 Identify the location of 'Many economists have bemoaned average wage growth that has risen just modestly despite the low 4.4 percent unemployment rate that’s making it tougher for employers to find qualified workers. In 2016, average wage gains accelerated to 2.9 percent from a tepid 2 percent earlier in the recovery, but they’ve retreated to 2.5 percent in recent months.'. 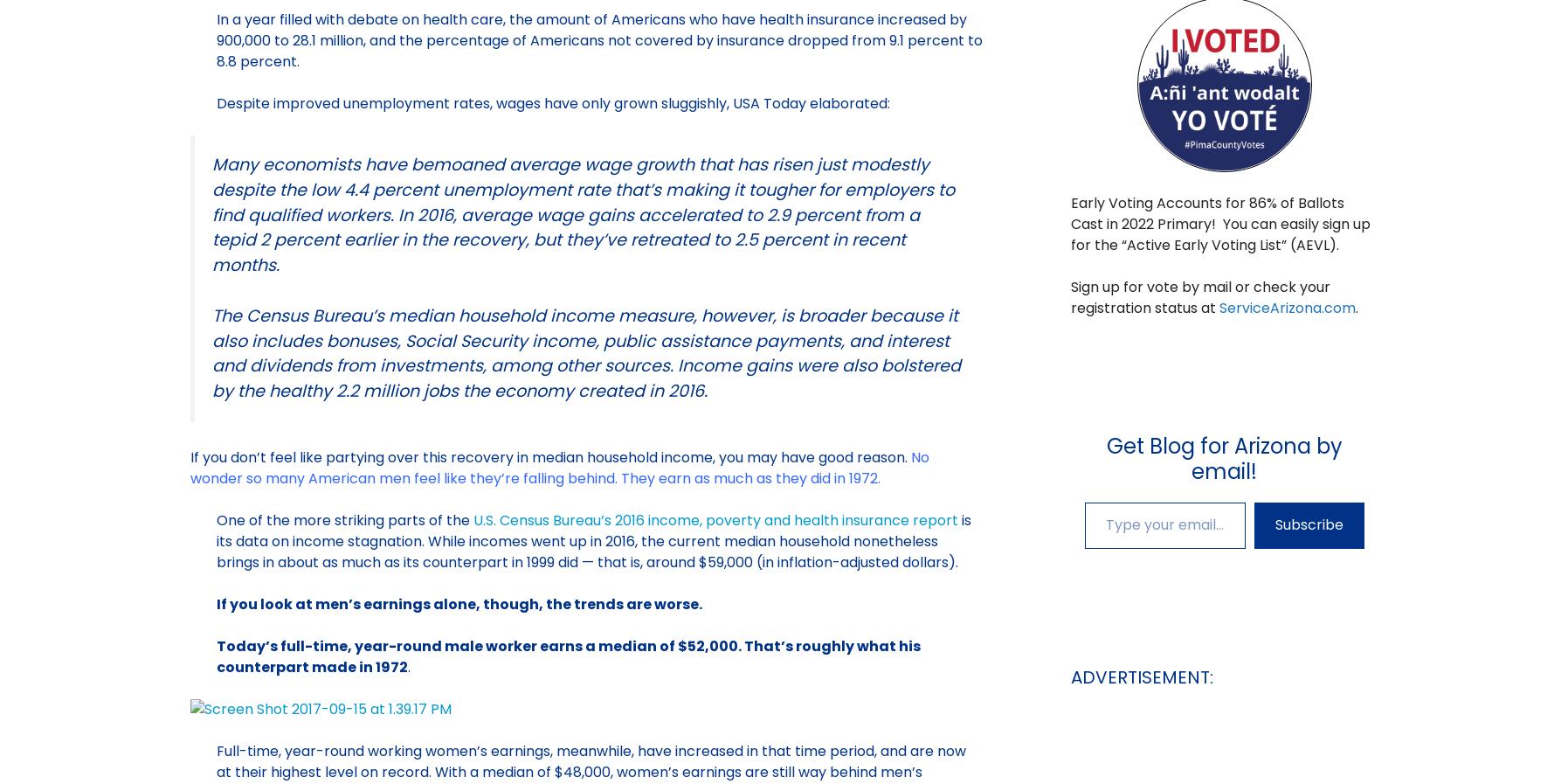
(210, 213).